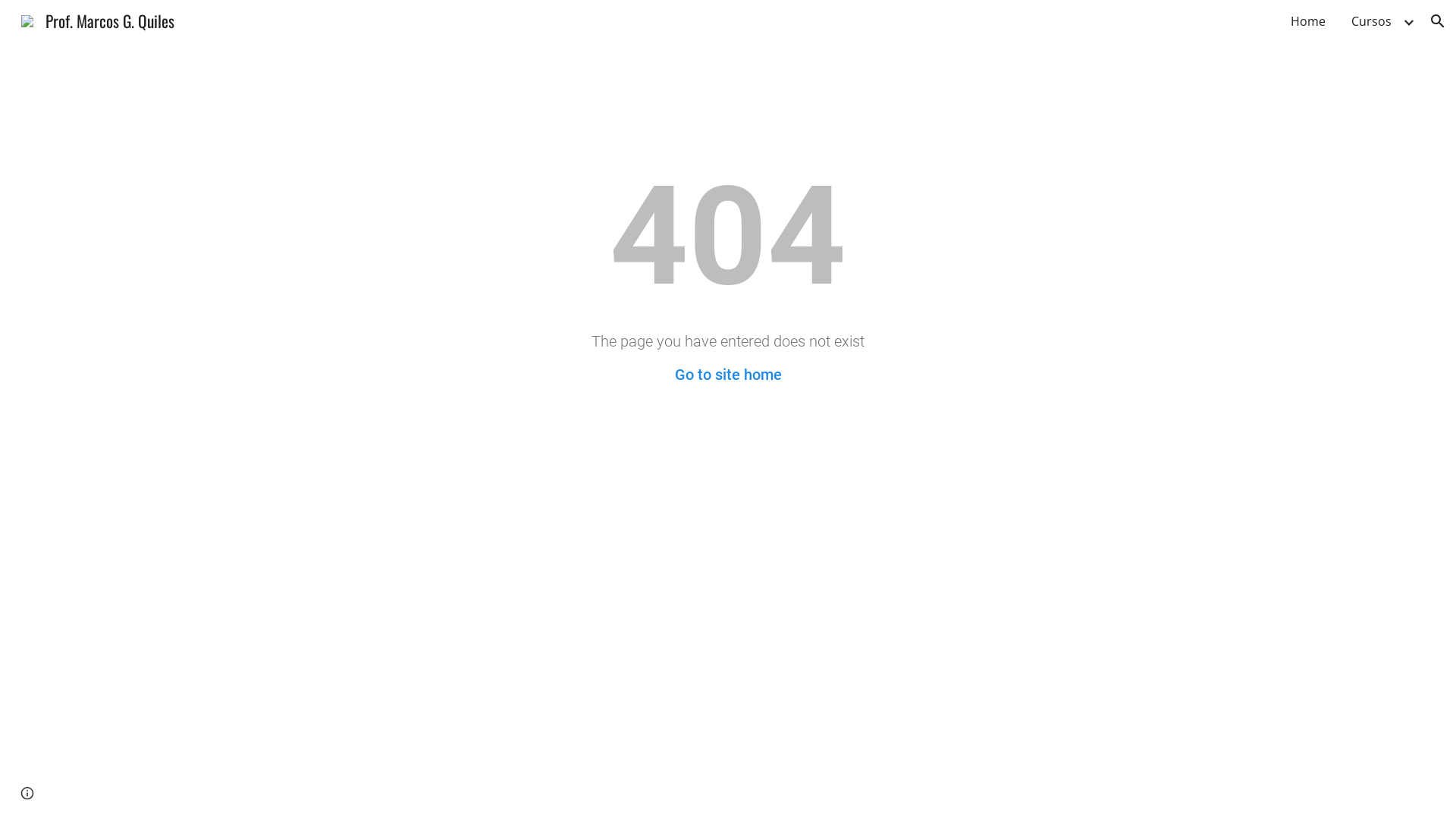 Image resolution: width=1456 pixels, height=819 pixels. I want to click on 'Prof. Marcos G. Quiles', so click(97, 18).